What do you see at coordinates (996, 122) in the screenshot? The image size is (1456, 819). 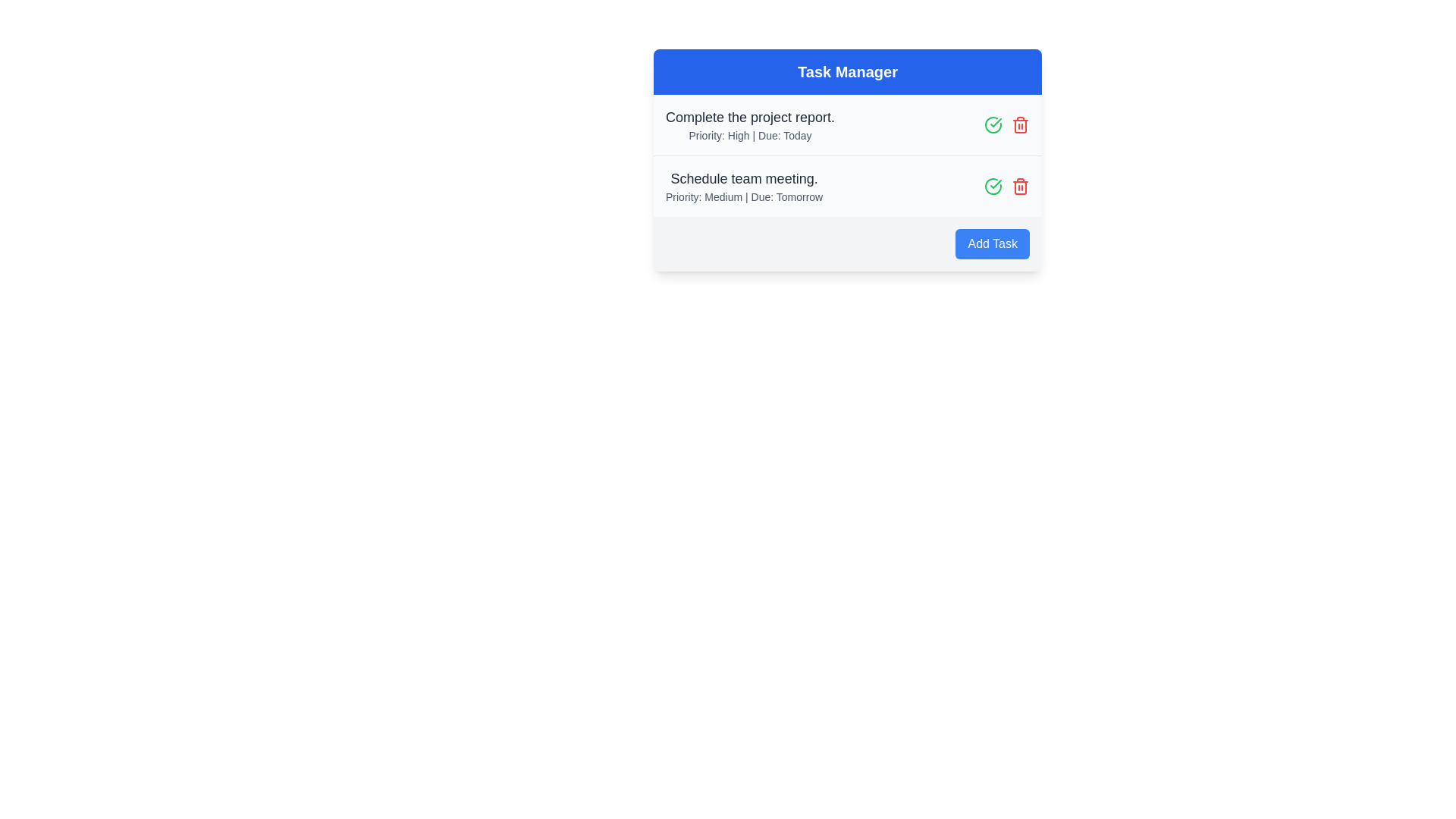 I see `the green check mark icon located` at bounding box center [996, 122].